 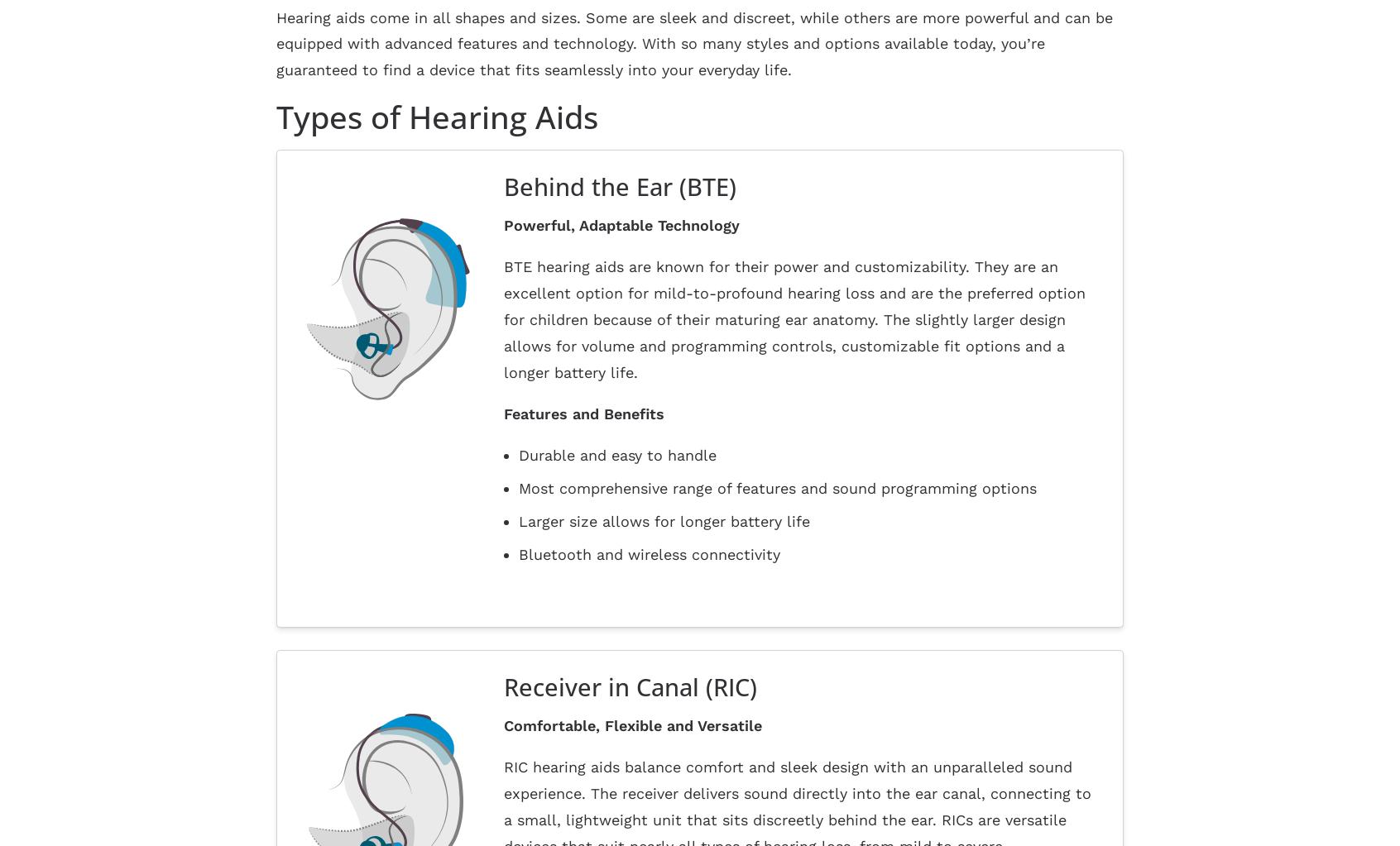 What do you see at coordinates (1053, 632) in the screenshot?
I see `'(571) 312-7345'` at bounding box center [1053, 632].